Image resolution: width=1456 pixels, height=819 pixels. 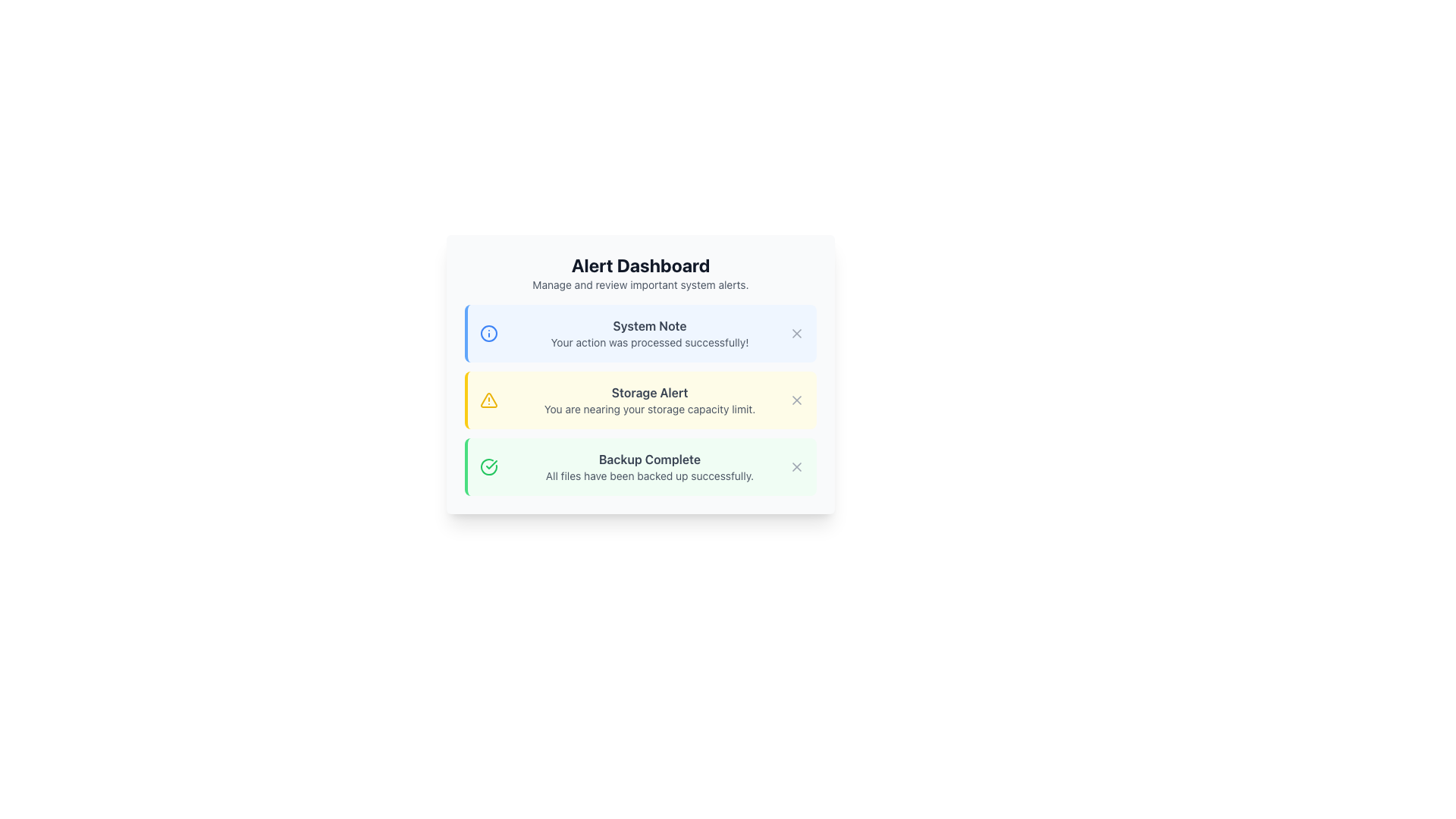 What do you see at coordinates (650, 332) in the screenshot?
I see `message displayed in the text content that says 'System Note' and 'Your action was processed successfully!' which is centrally located within the blue-highlighted notification box` at bounding box center [650, 332].